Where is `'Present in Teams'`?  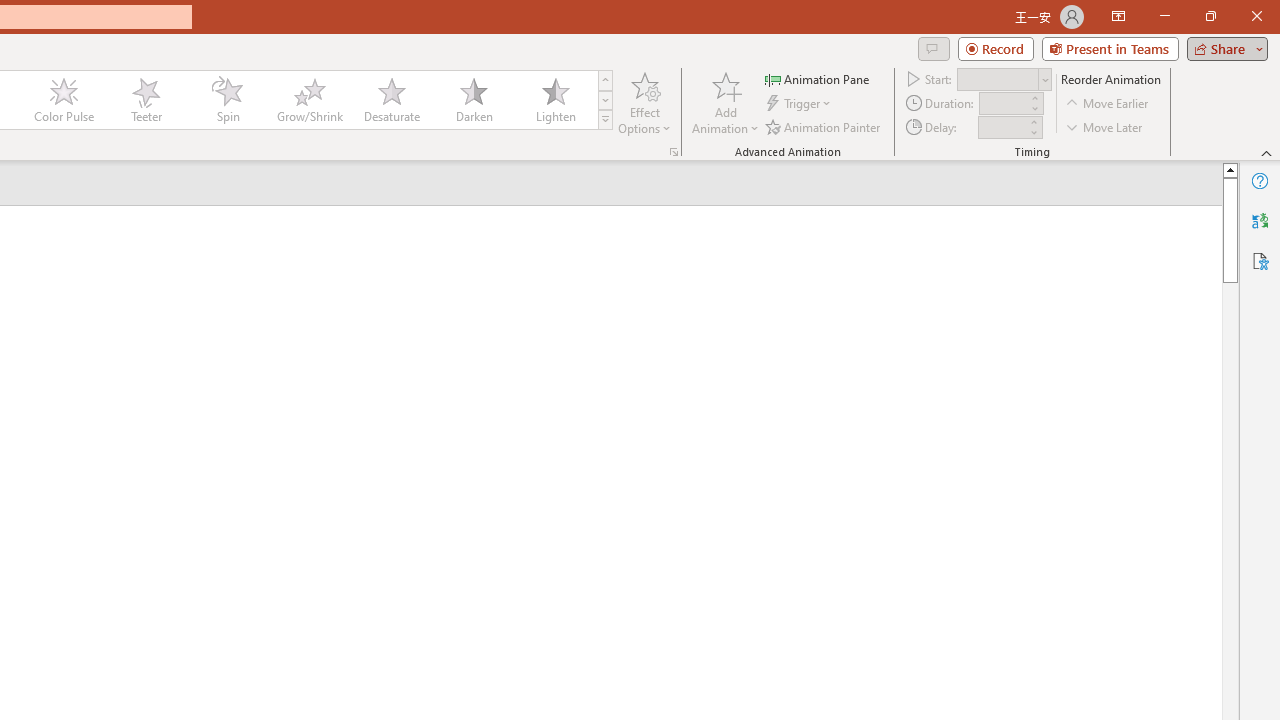
'Present in Teams' is located at coordinates (1109, 47).